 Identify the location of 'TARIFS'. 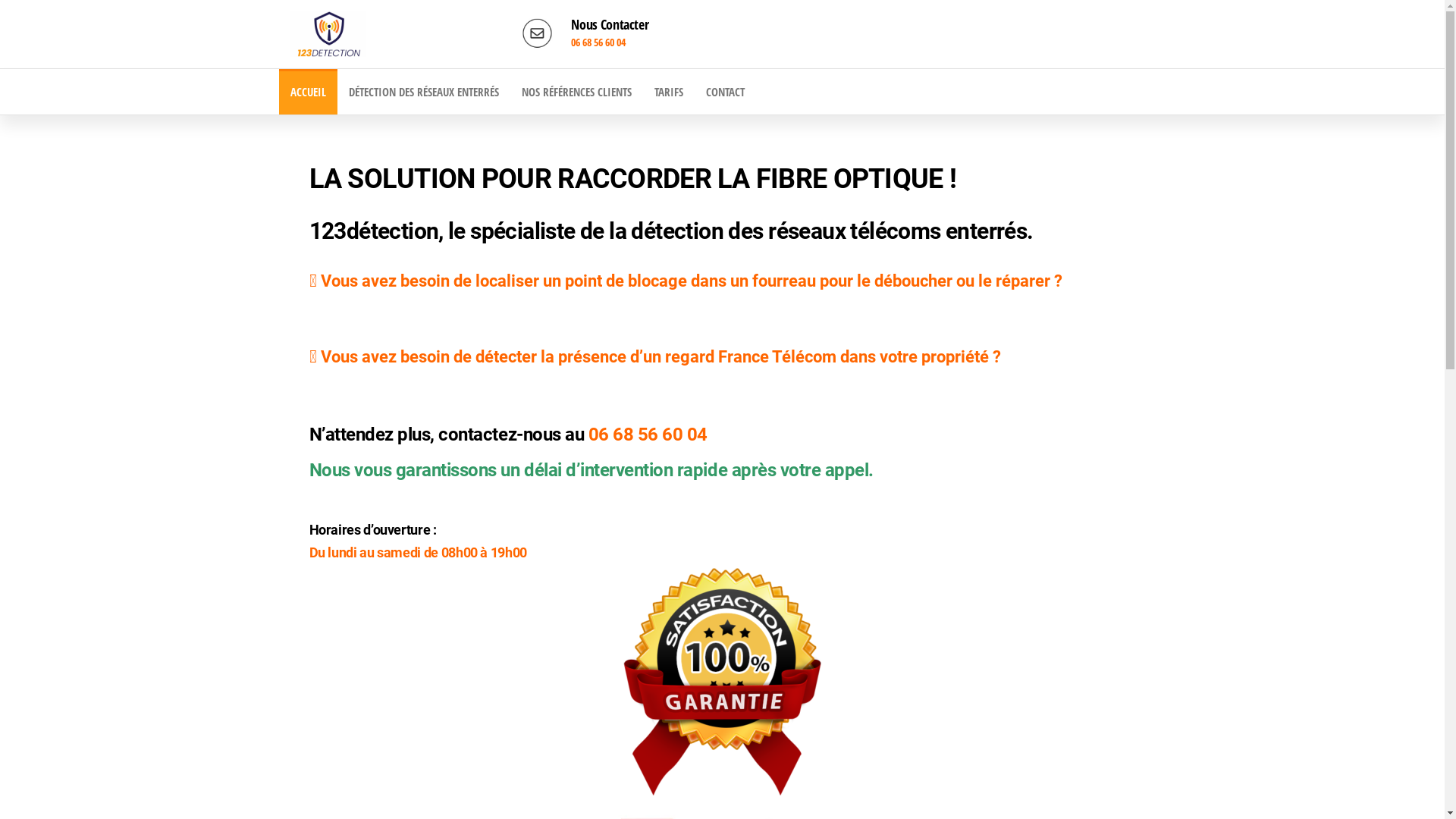
(668, 91).